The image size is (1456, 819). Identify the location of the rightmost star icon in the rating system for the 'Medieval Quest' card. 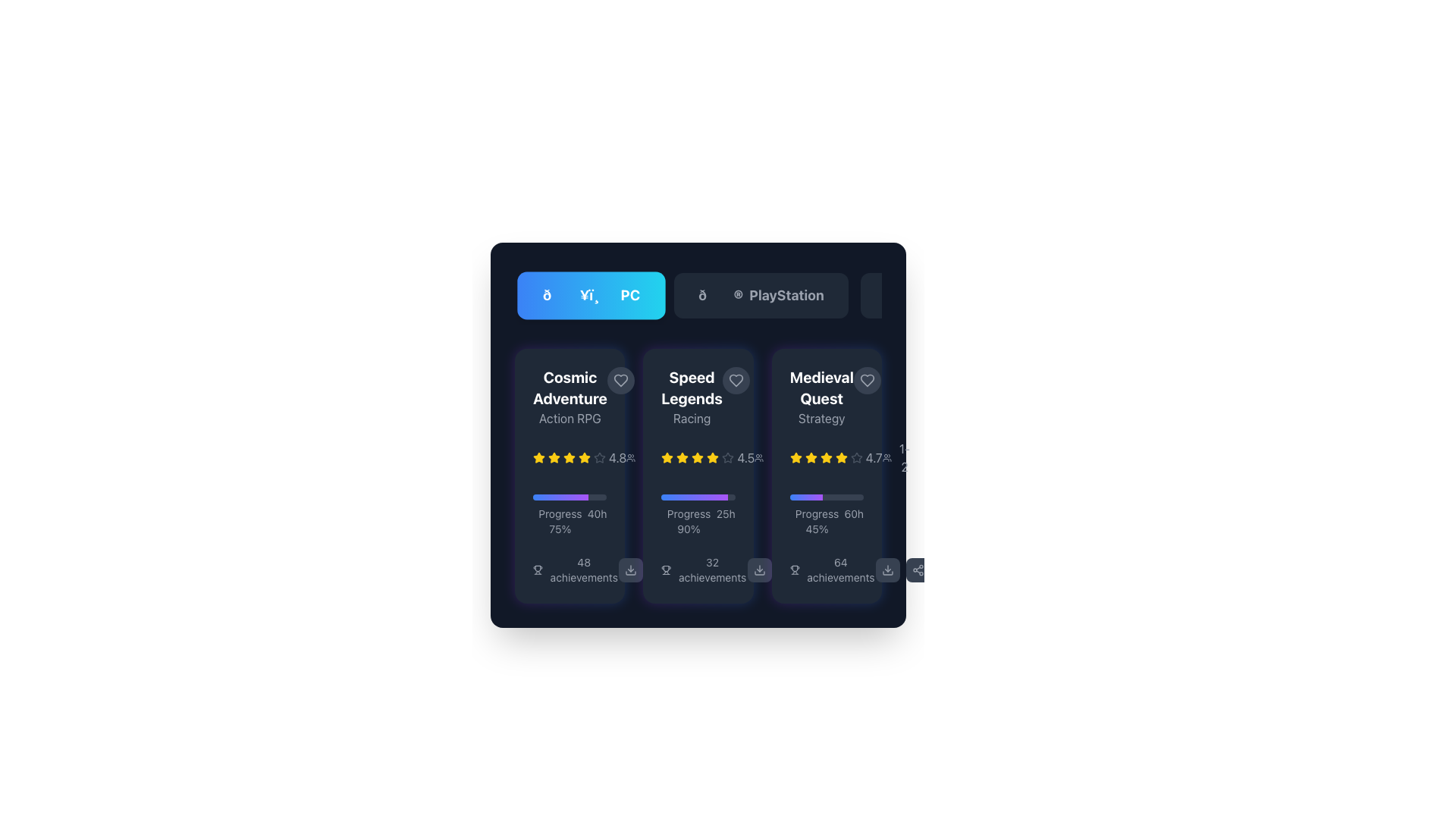
(856, 457).